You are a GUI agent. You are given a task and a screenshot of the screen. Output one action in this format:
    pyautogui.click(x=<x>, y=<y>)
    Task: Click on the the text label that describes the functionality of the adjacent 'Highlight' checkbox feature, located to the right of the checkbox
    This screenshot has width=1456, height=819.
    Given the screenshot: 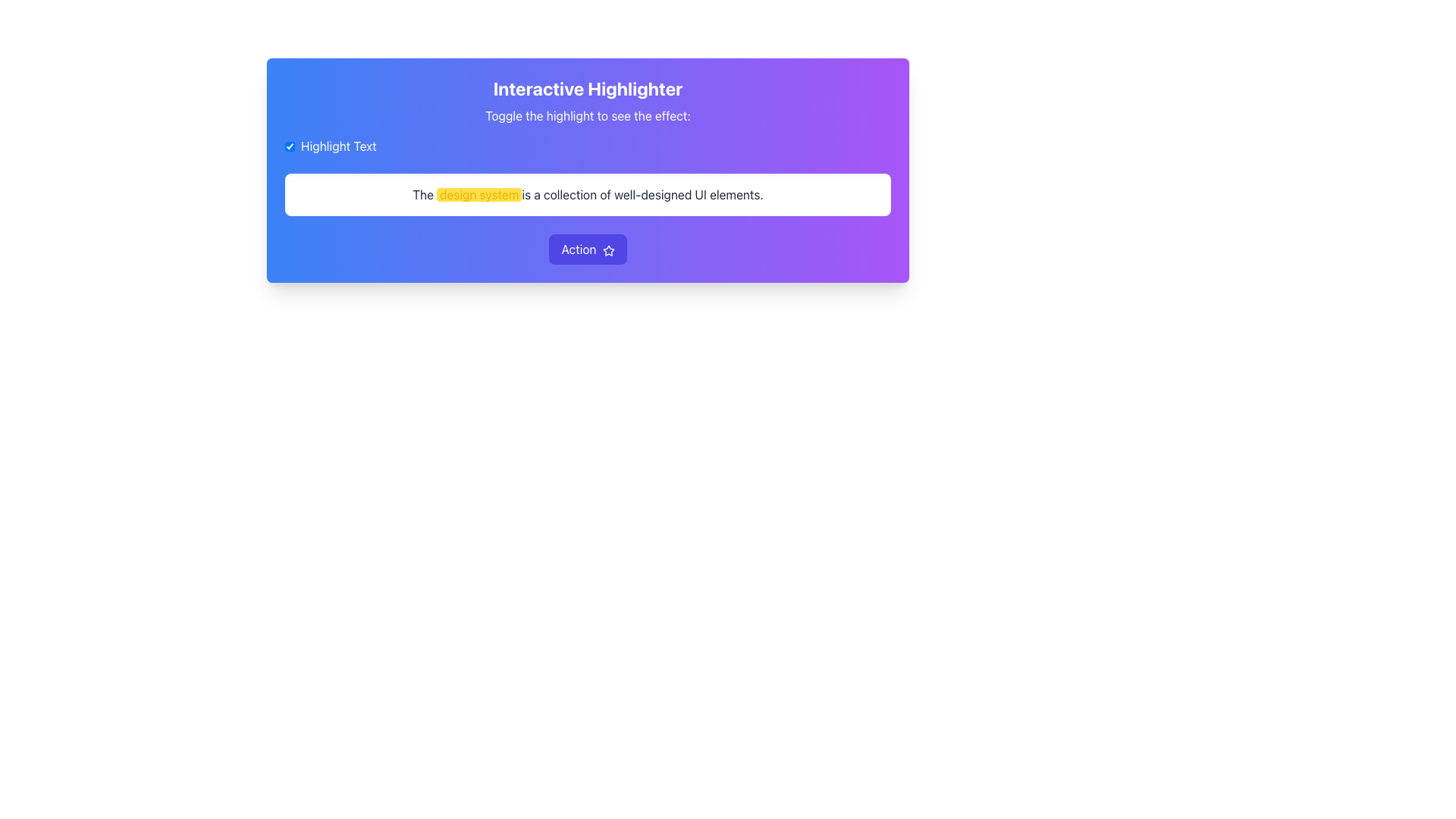 What is the action you would take?
    pyautogui.click(x=337, y=146)
    